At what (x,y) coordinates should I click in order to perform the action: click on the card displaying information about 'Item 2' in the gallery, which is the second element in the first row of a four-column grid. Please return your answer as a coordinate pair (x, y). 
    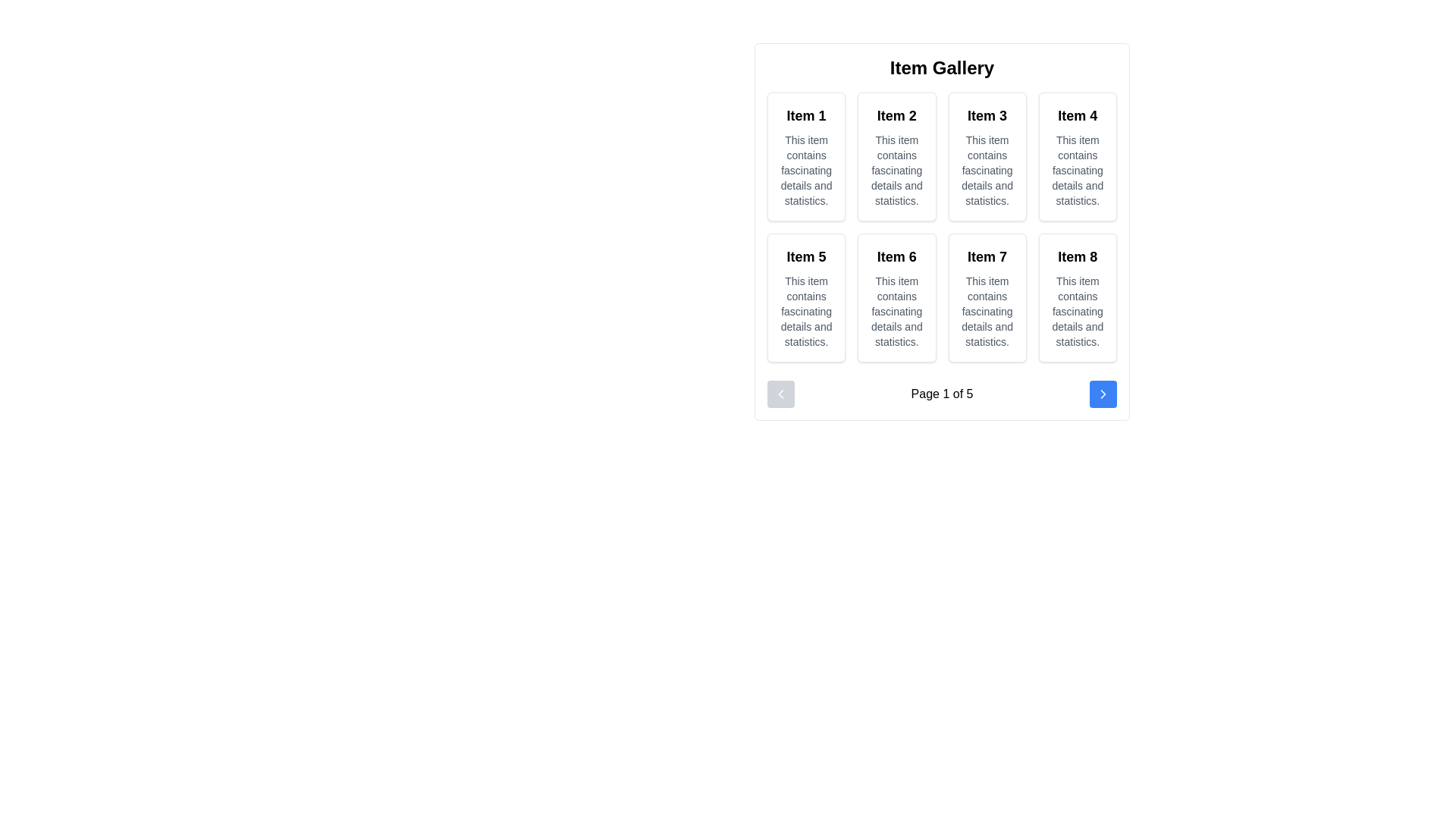
    Looking at the image, I should click on (896, 157).